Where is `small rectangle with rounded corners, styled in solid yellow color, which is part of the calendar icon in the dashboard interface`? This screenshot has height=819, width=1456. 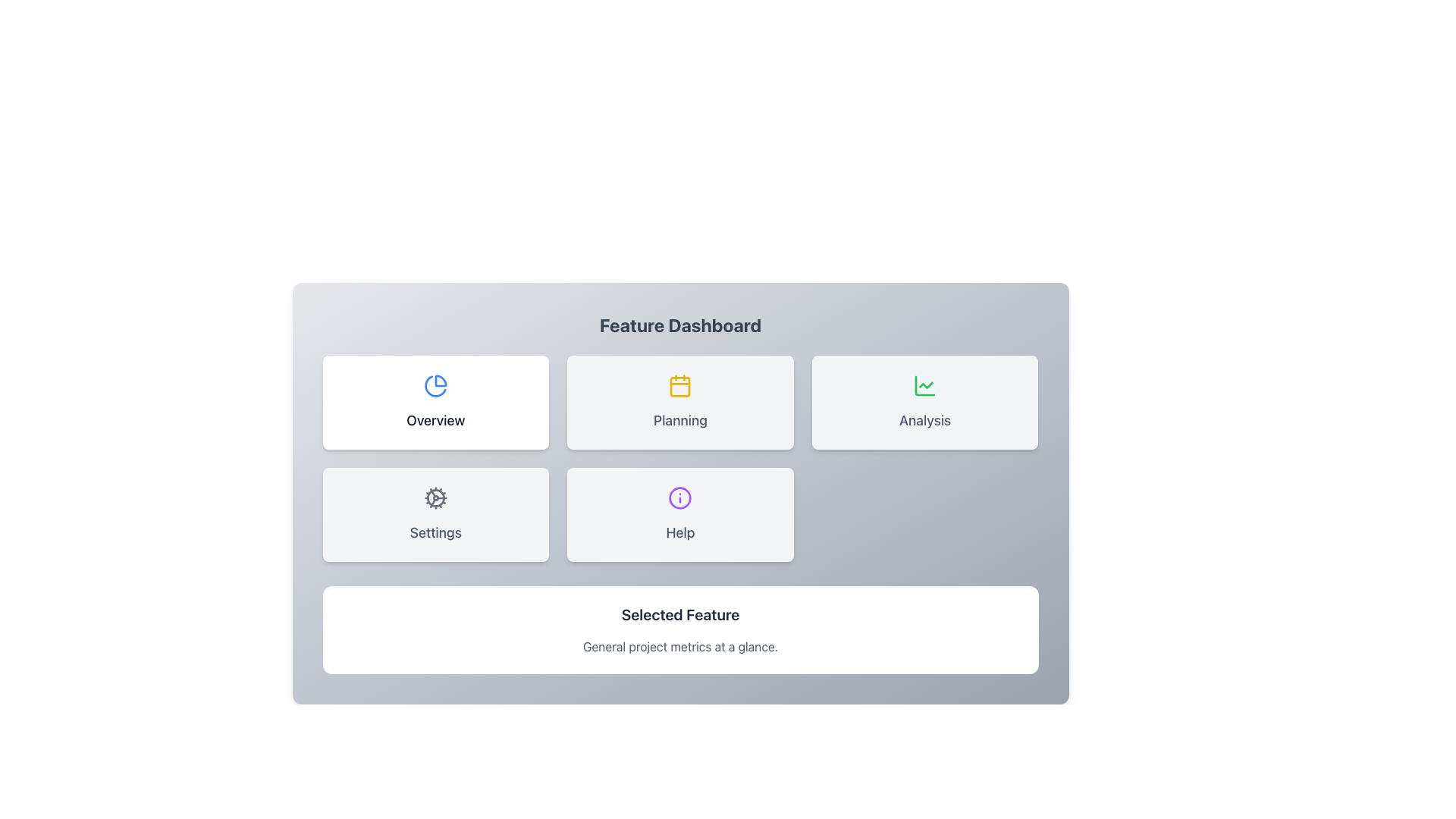
small rectangle with rounded corners, styled in solid yellow color, which is part of the calendar icon in the dashboard interface is located at coordinates (679, 386).